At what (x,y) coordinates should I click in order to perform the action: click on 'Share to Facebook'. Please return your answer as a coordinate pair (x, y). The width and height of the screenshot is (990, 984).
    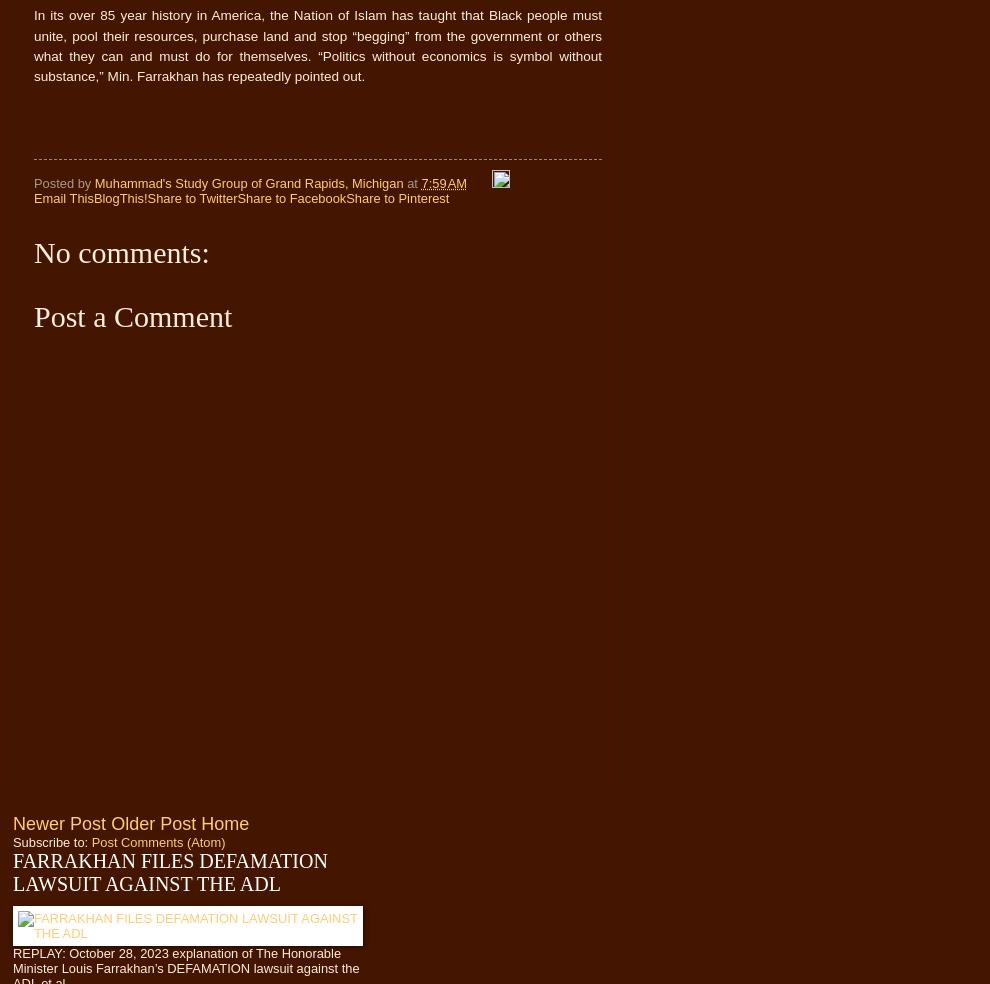
    Looking at the image, I should click on (291, 198).